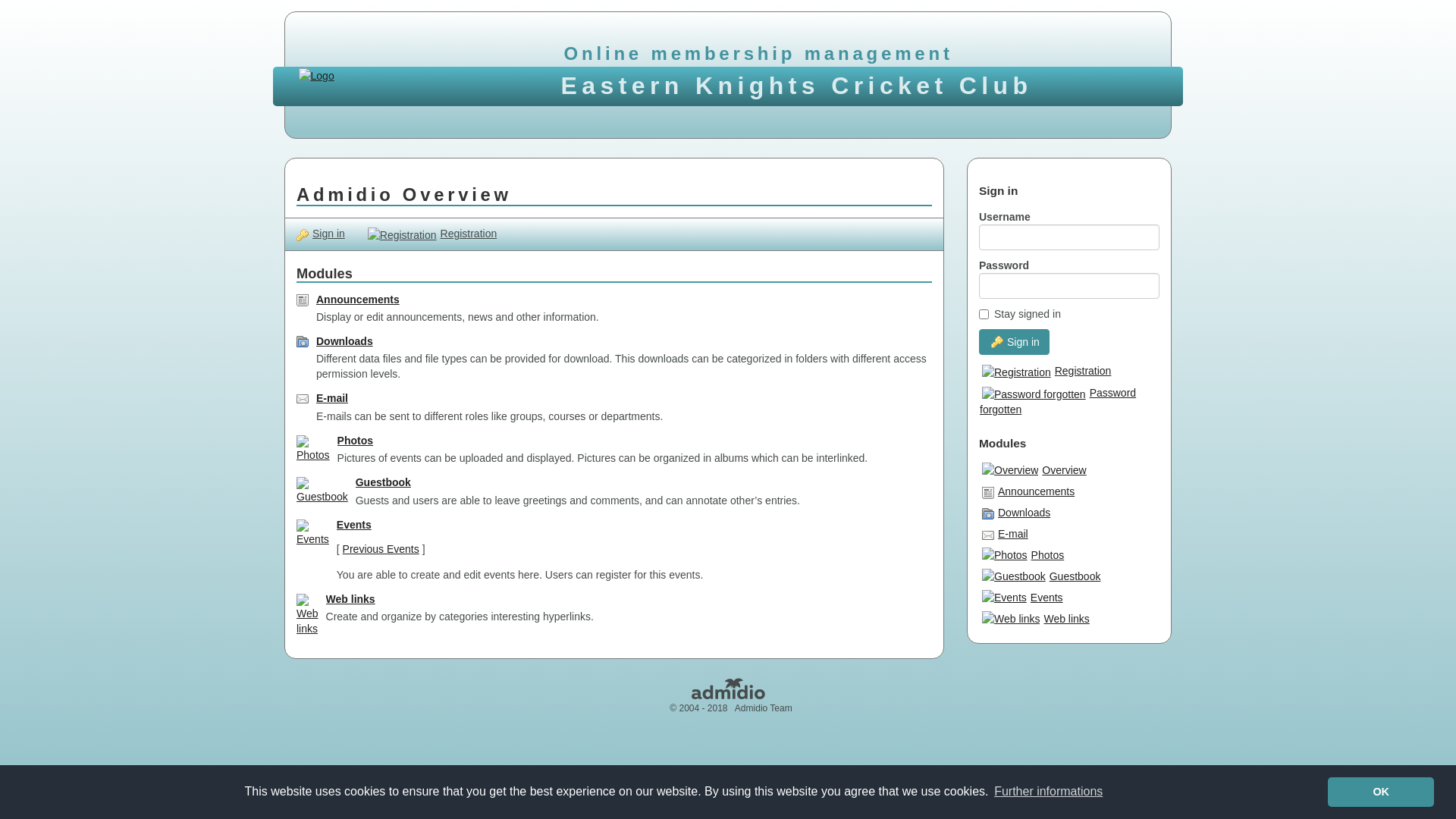 The height and width of the screenshot is (819, 1456). What do you see at coordinates (1068, 374) in the screenshot?
I see `'Registration'` at bounding box center [1068, 374].